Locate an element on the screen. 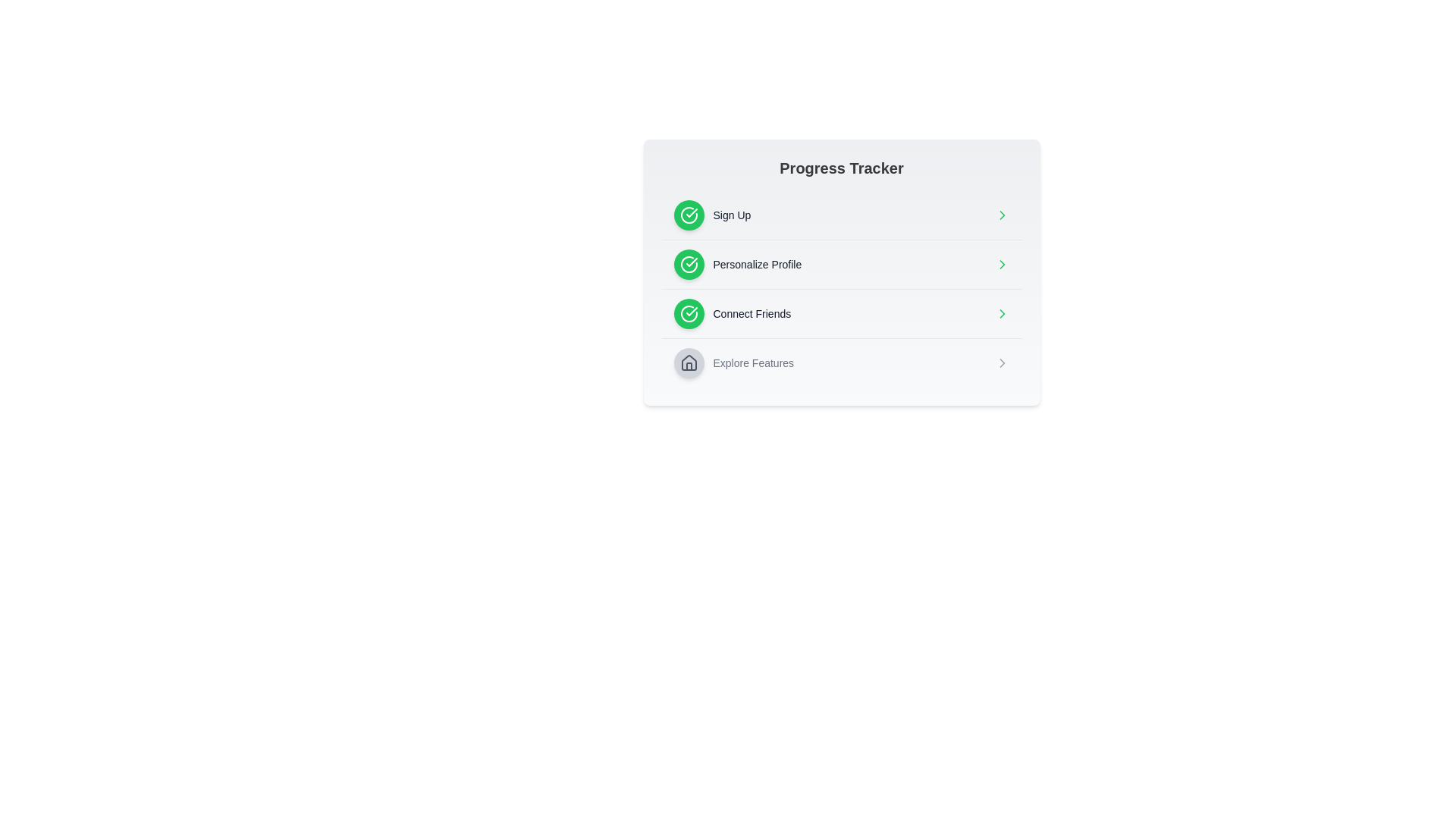 The image size is (1456, 819). the directional indication of the chevron icon located on the right side of the 'Personalize Profile' progress tracker row is located at coordinates (1002, 263).